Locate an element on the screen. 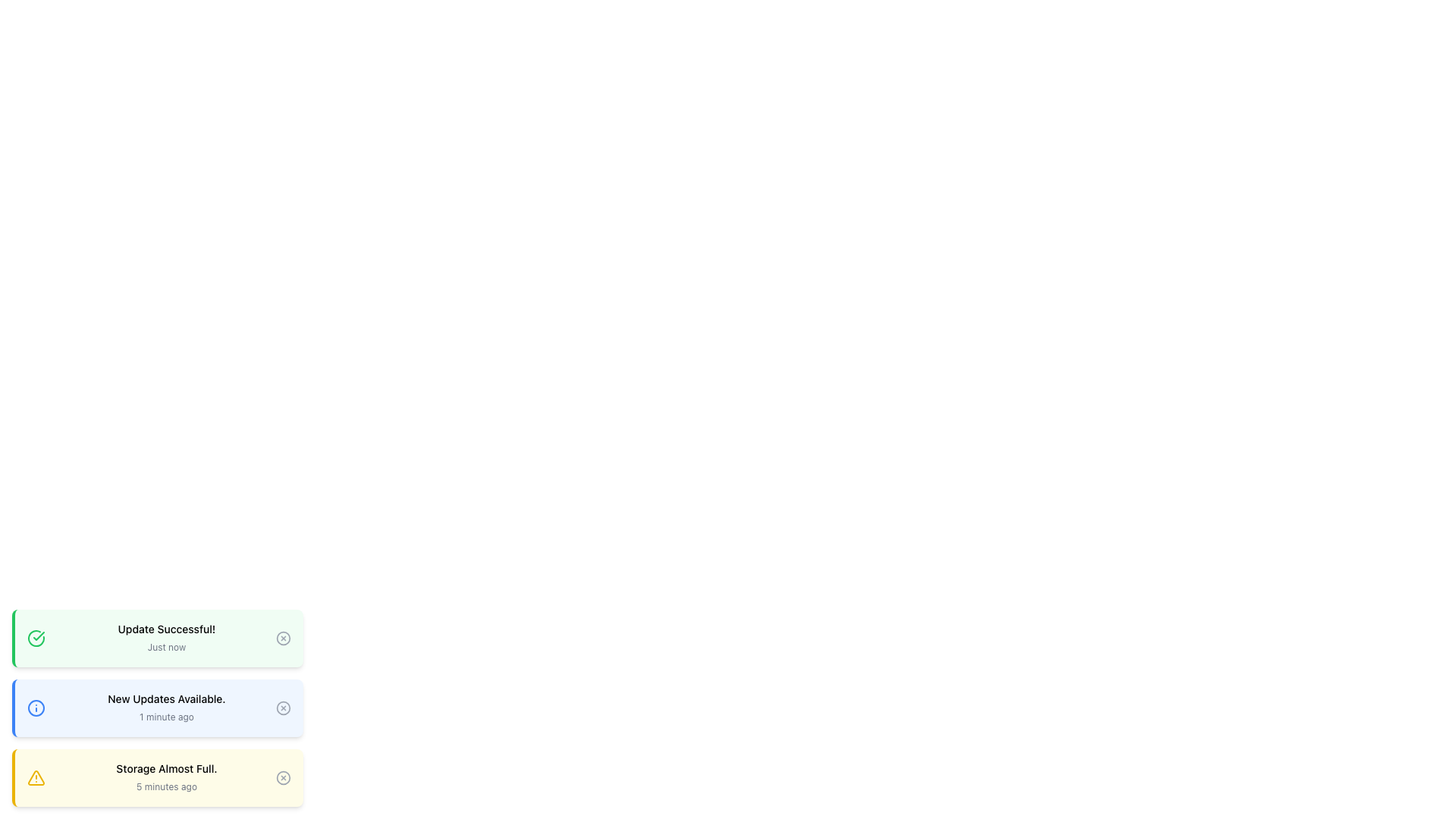 The height and width of the screenshot is (819, 1456). the success notification icon located at the top-left corner of the notification card with a green border, adjacent to the text 'Update Successful!' and 'Just now' is located at coordinates (36, 638).